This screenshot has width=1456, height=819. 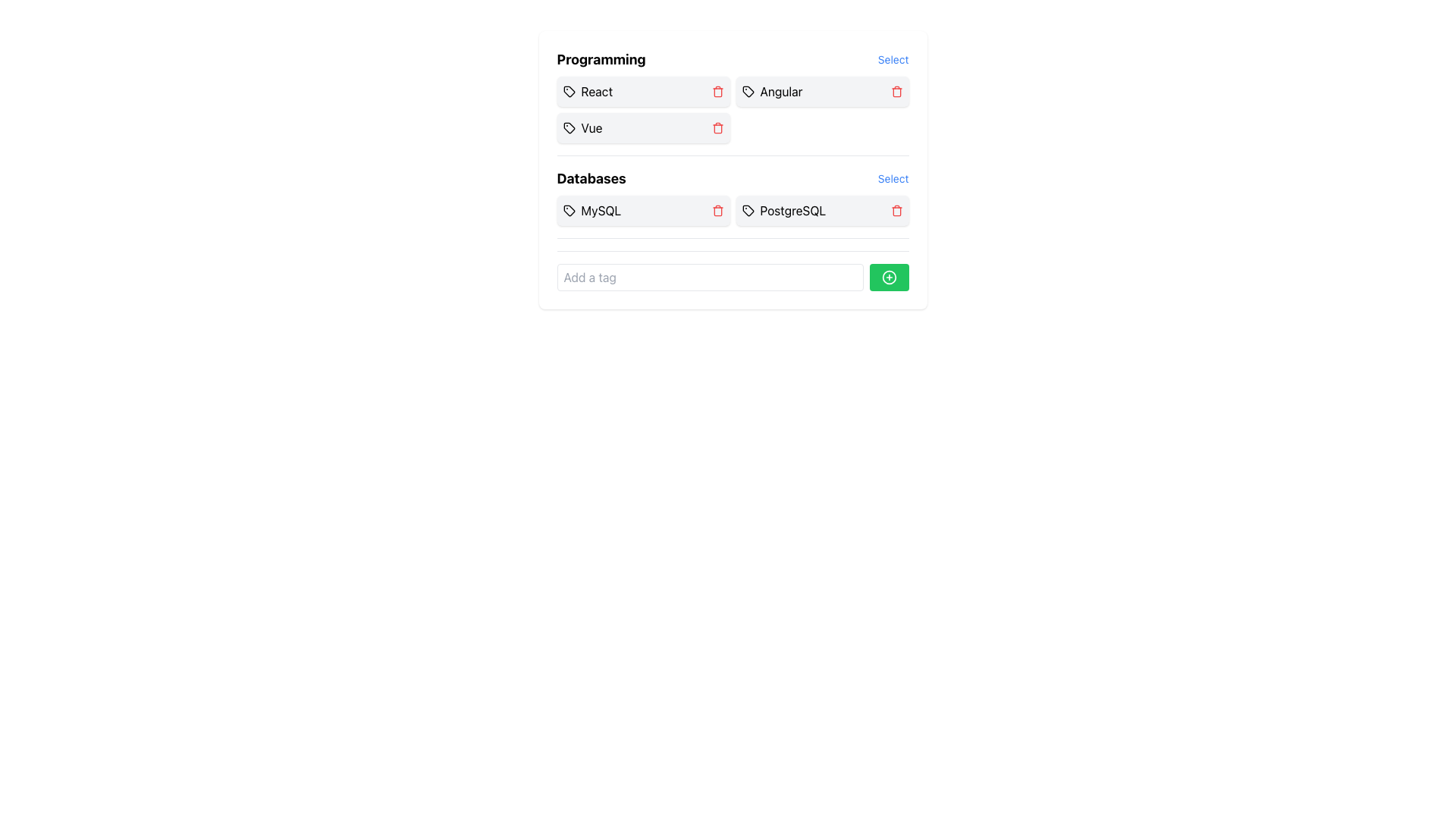 I want to click on the tag icon on the 'PostgreSQL' button-like list item located in the 'Databases' section, so click(x=821, y=210).